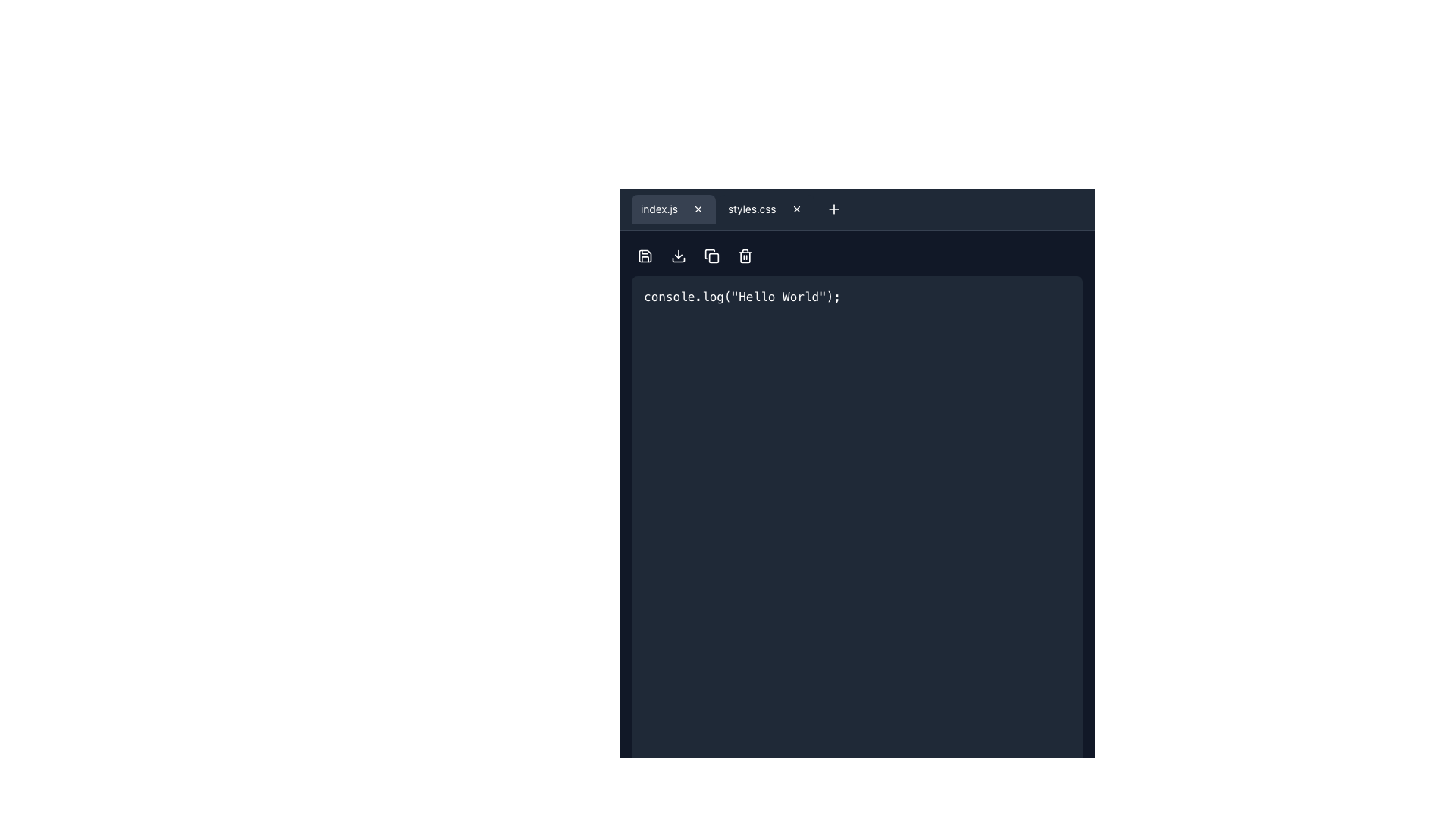  I want to click on the 'copy' icon located centrally in the application's toolbar to initiate the copy to clipboard action, so click(713, 257).